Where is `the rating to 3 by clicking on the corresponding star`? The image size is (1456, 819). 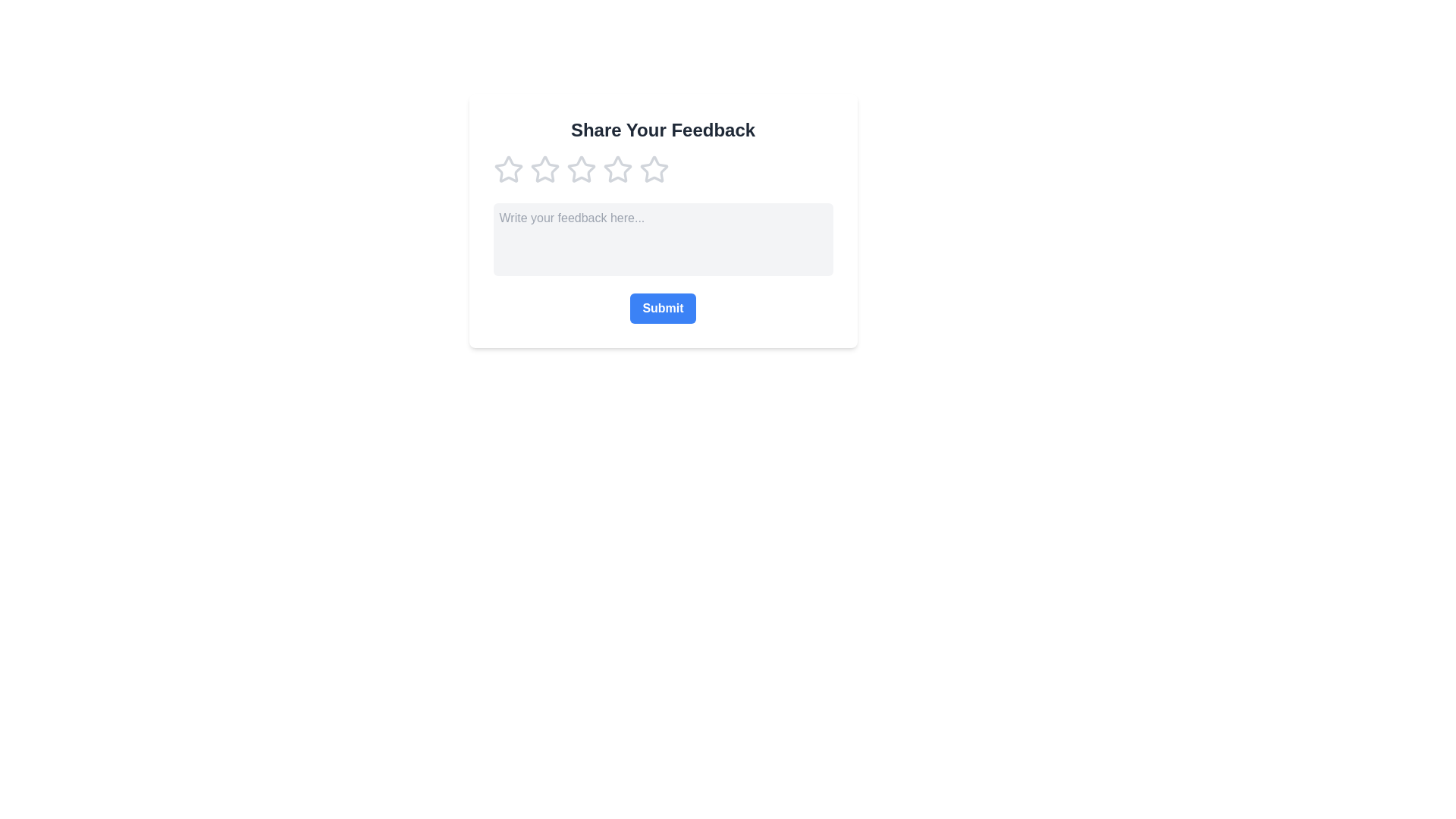 the rating to 3 by clicking on the corresponding star is located at coordinates (580, 169).